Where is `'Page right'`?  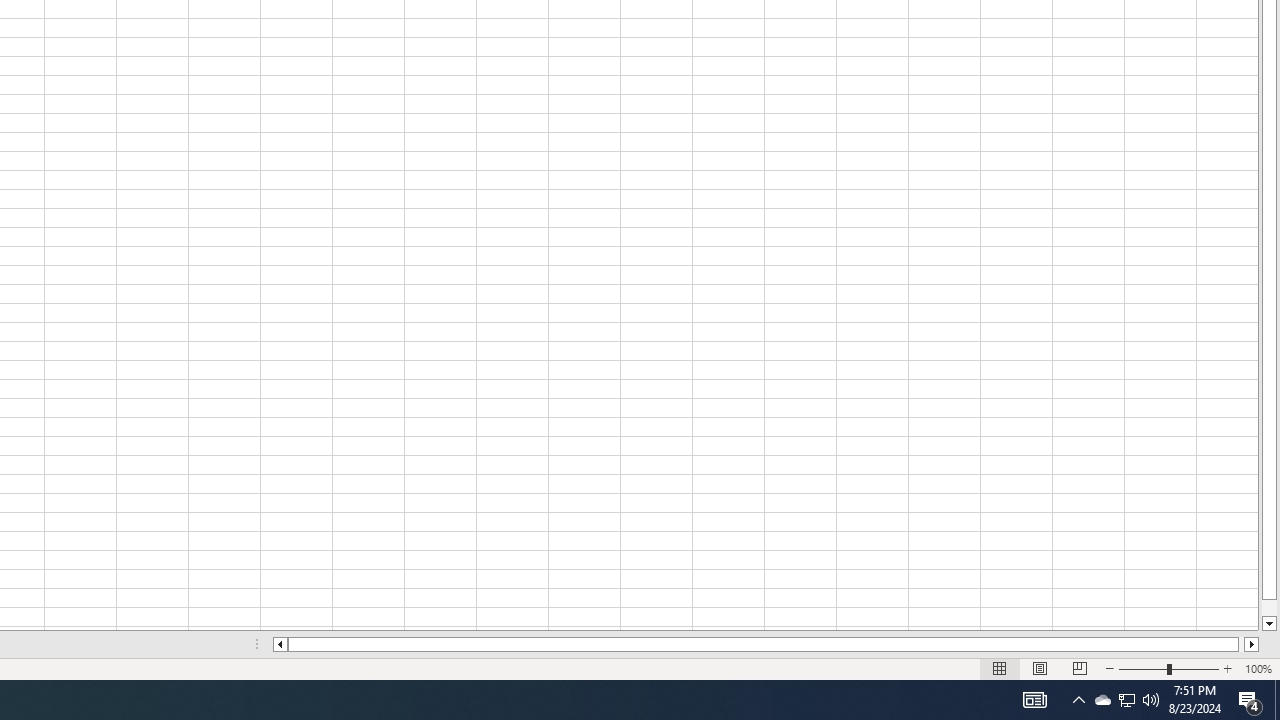 'Page right' is located at coordinates (1240, 644).